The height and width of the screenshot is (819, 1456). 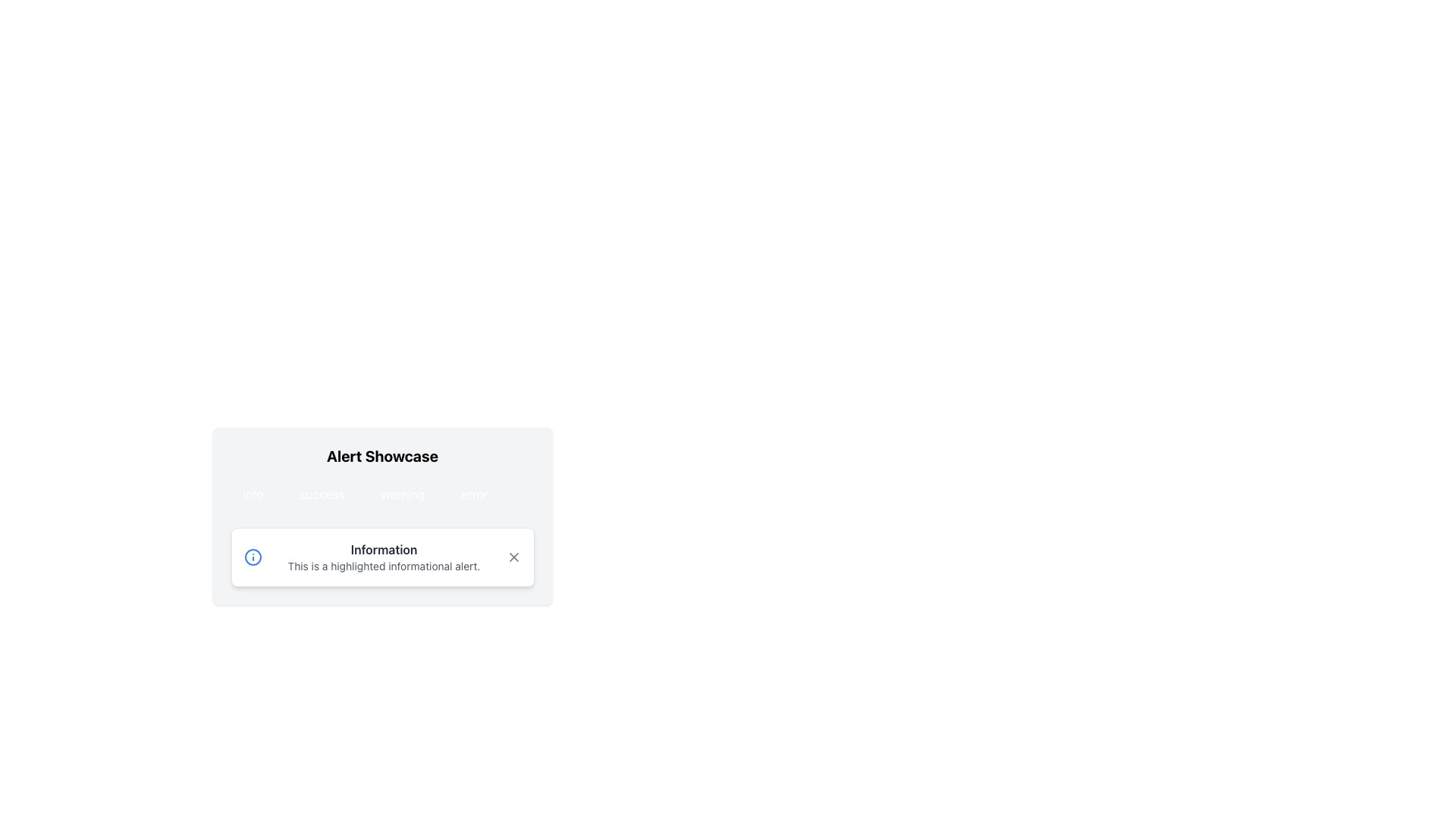 I want to click on the bold text header labeled 'Alert Showcase' which is positioned at the top center of the card-like structure, so click(x=382, y=455).